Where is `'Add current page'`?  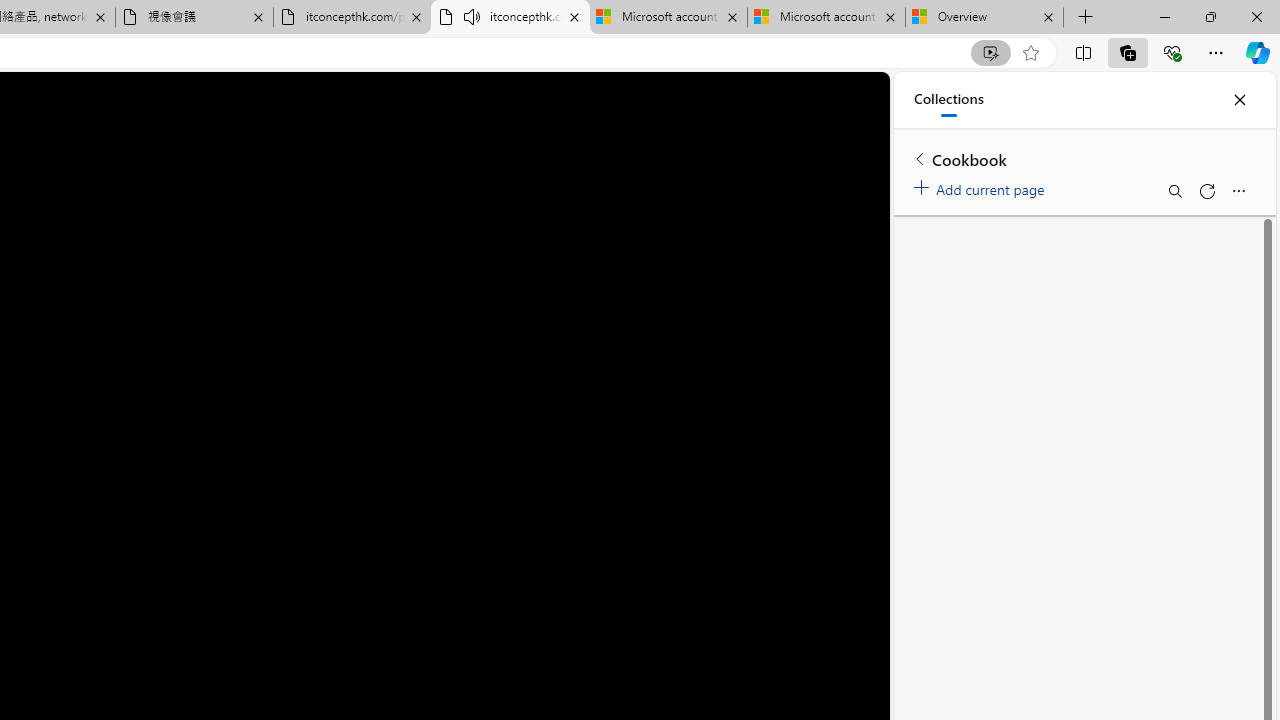
'Add current page' is located at coordinates (983, 186).